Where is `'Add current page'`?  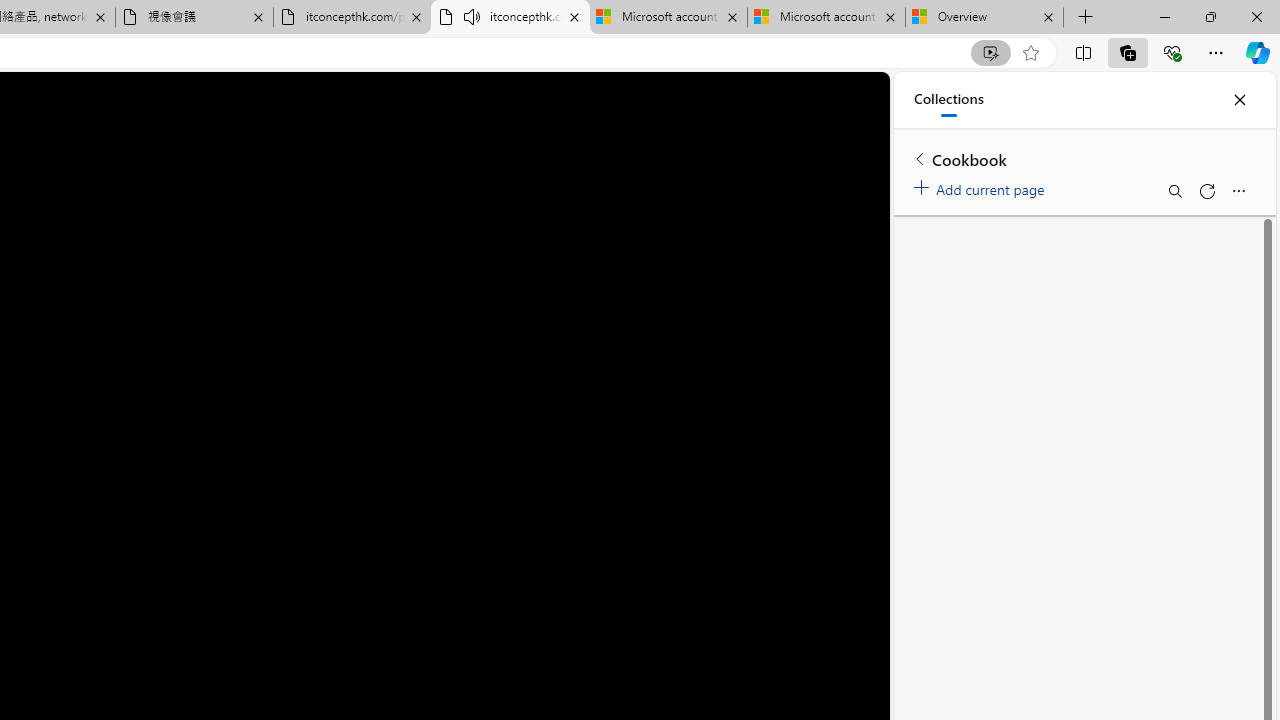
'Add current page' is located at coordinates (983, 186).